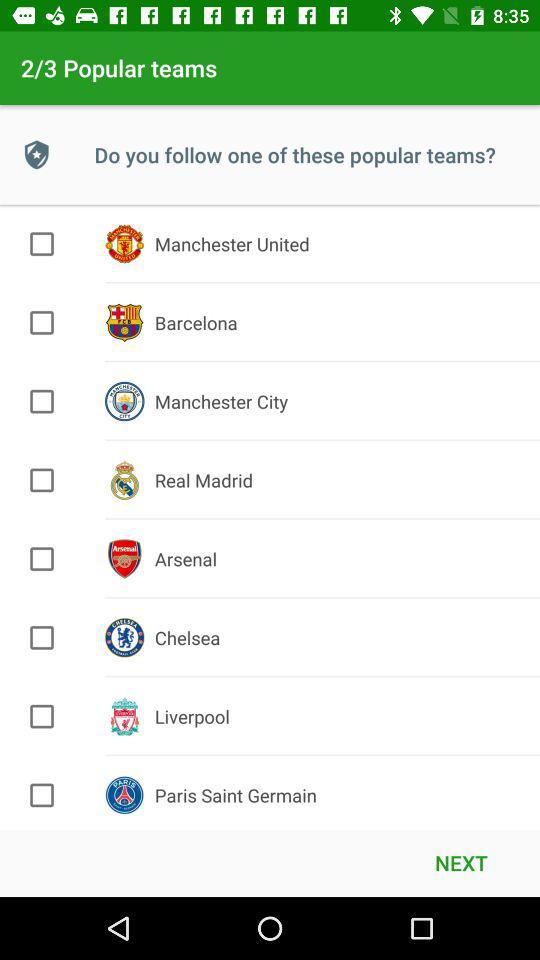  Describe the element at coordinates (42, 243) in the screenshot. I see `team` at that location.